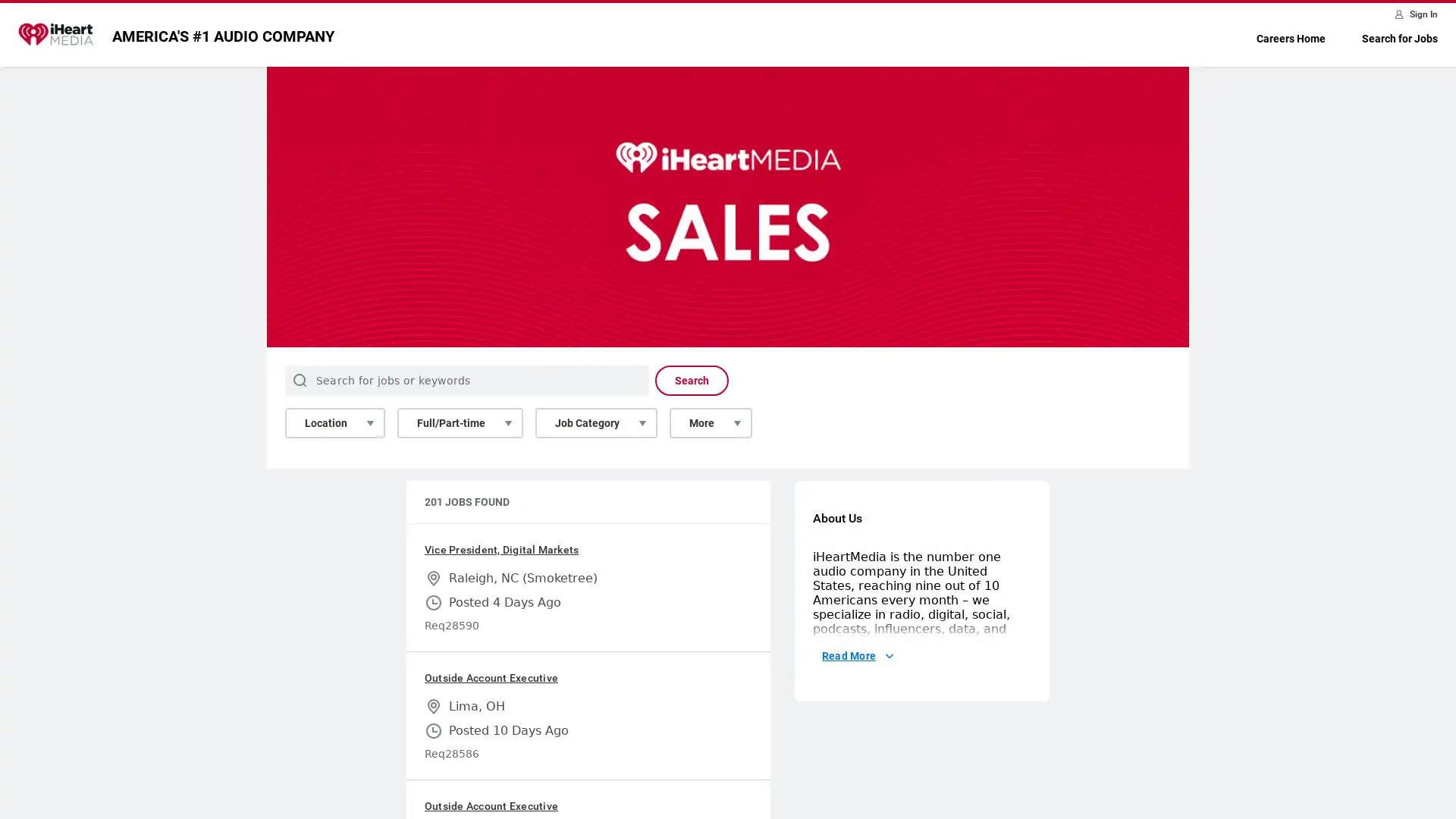 This screenshot has width=1456, height=819. Describe the element at coordinates (710, 423) in the screenshot. I see `More` at that location.